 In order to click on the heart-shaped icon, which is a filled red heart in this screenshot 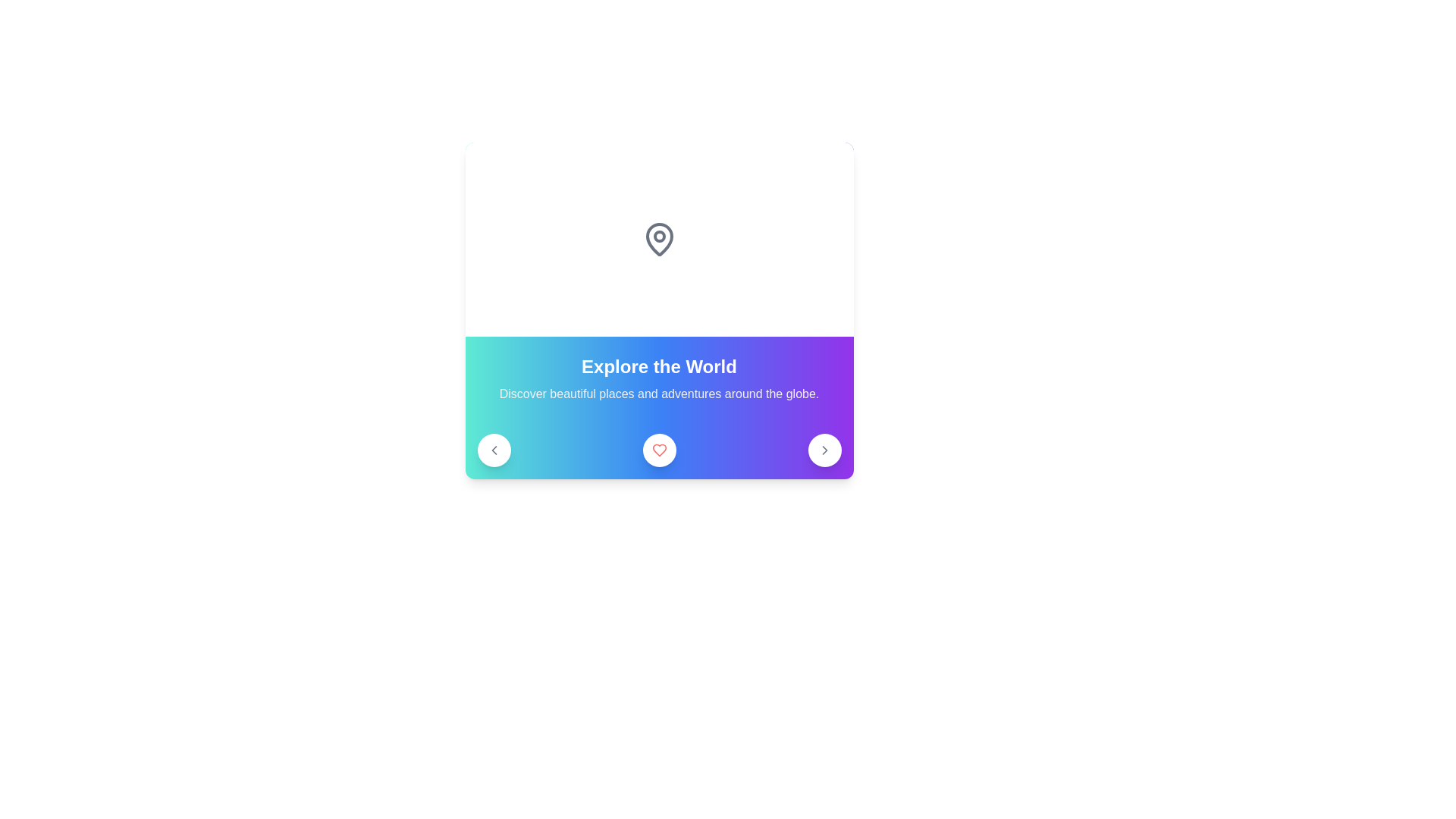, I will do `click(659, 450)`.